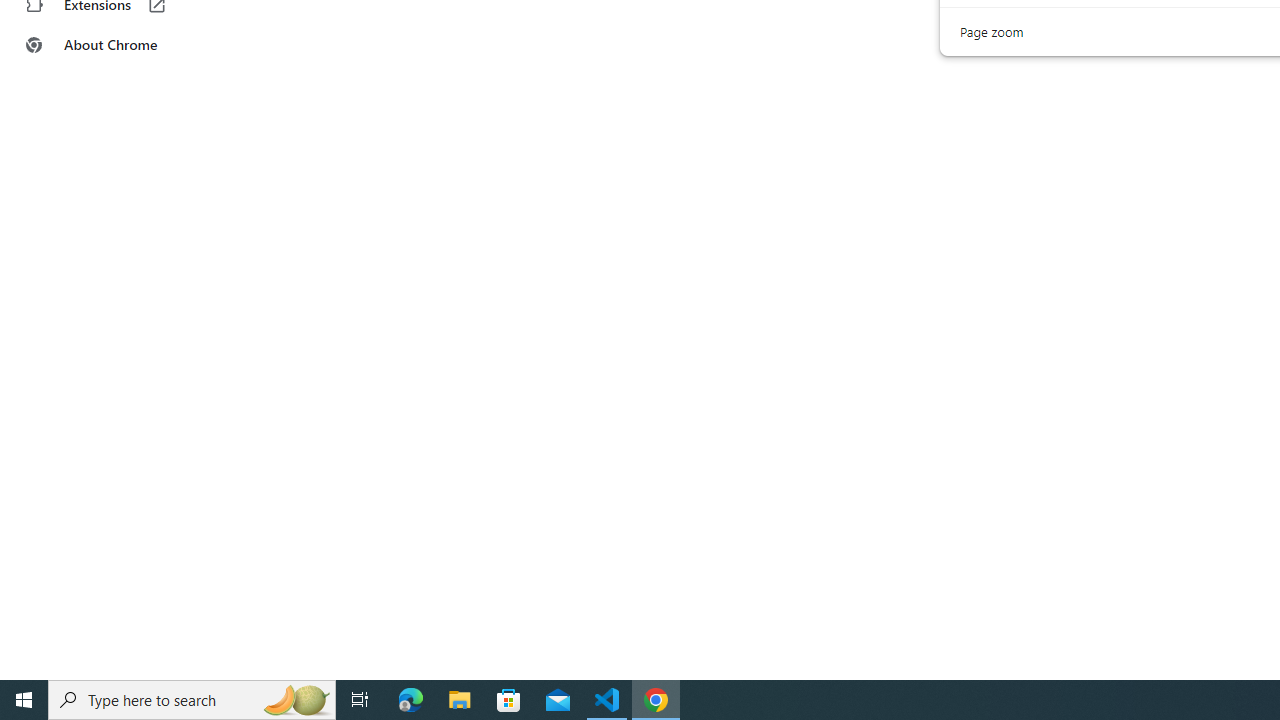 This screenshot has width=1280, height=720. What do you see at coordinates (123, 45) in the screenshot?
I see `'About Chrome'` at bounding box center [123, 45].